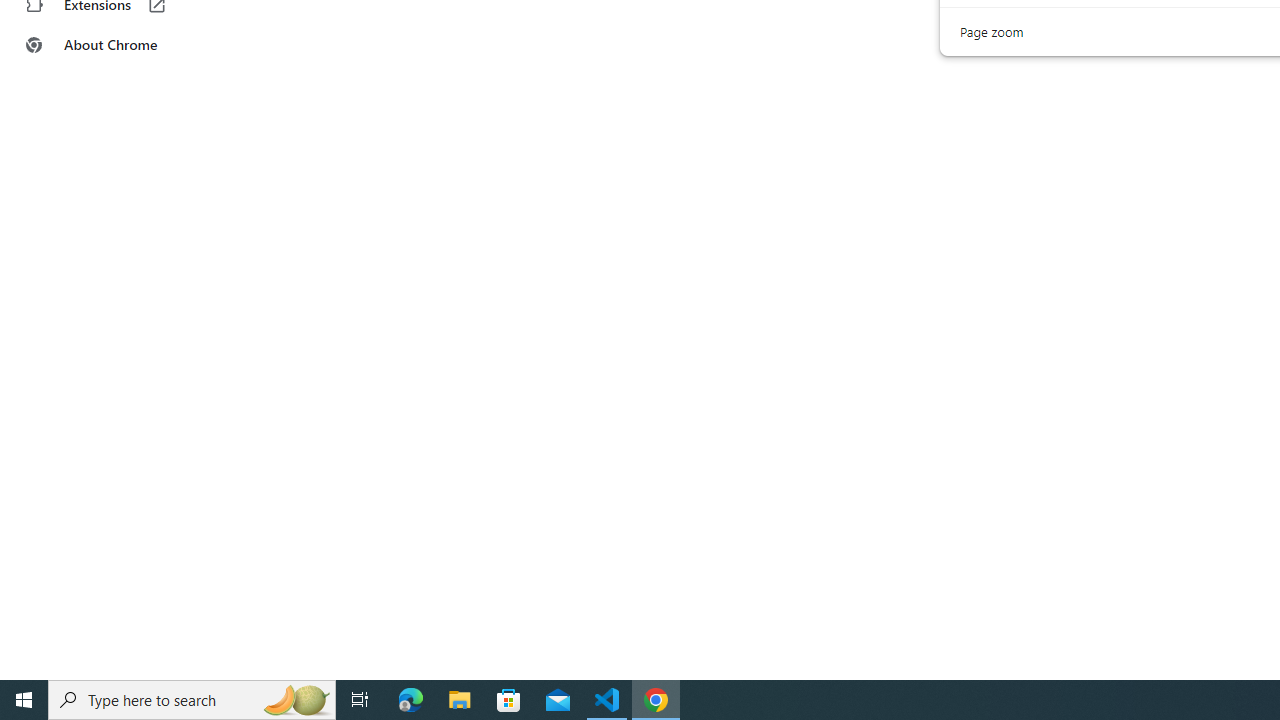 This screenshot has width=1280, height=720. What do you see at coordinates (123, 45) in the screenshot?
I see `'About Chrome'` at bounding box center [123, 45].